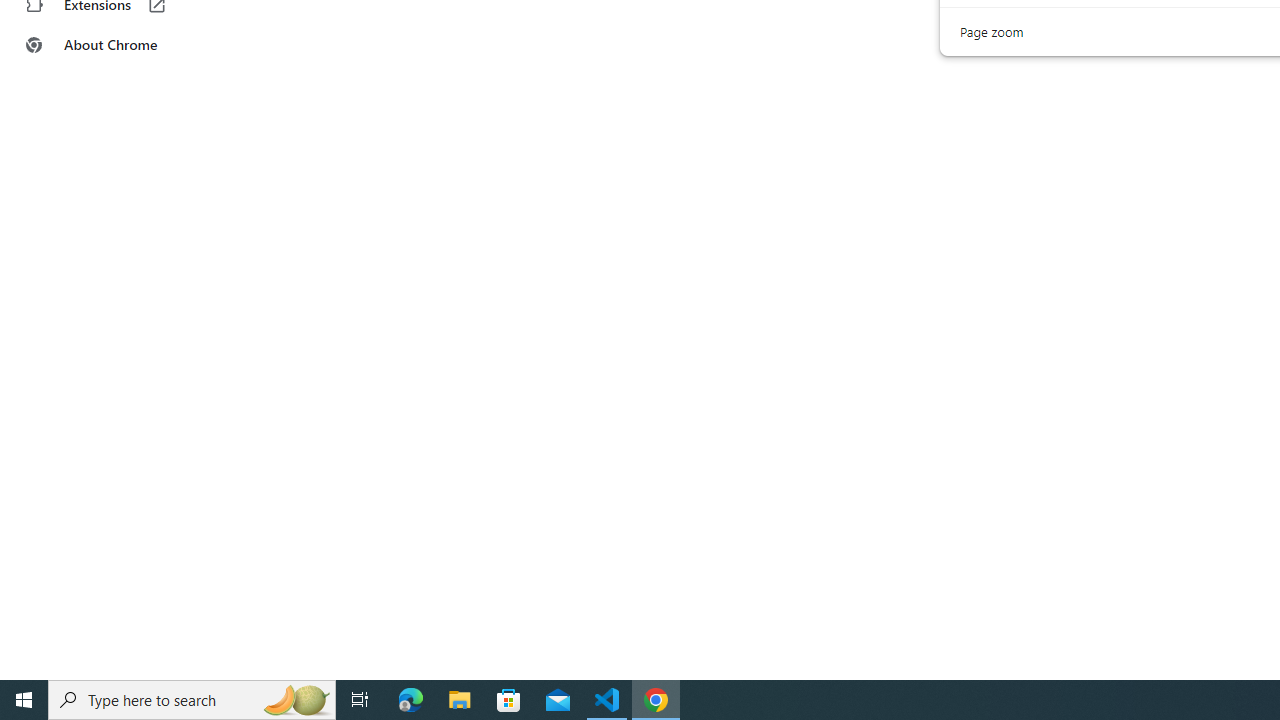 This screenshot has width=1280, height=720. What do you see at coordinates (123, 45) in the screenshot?
I see `'About Chrome'` at bounding box center [123, 45].